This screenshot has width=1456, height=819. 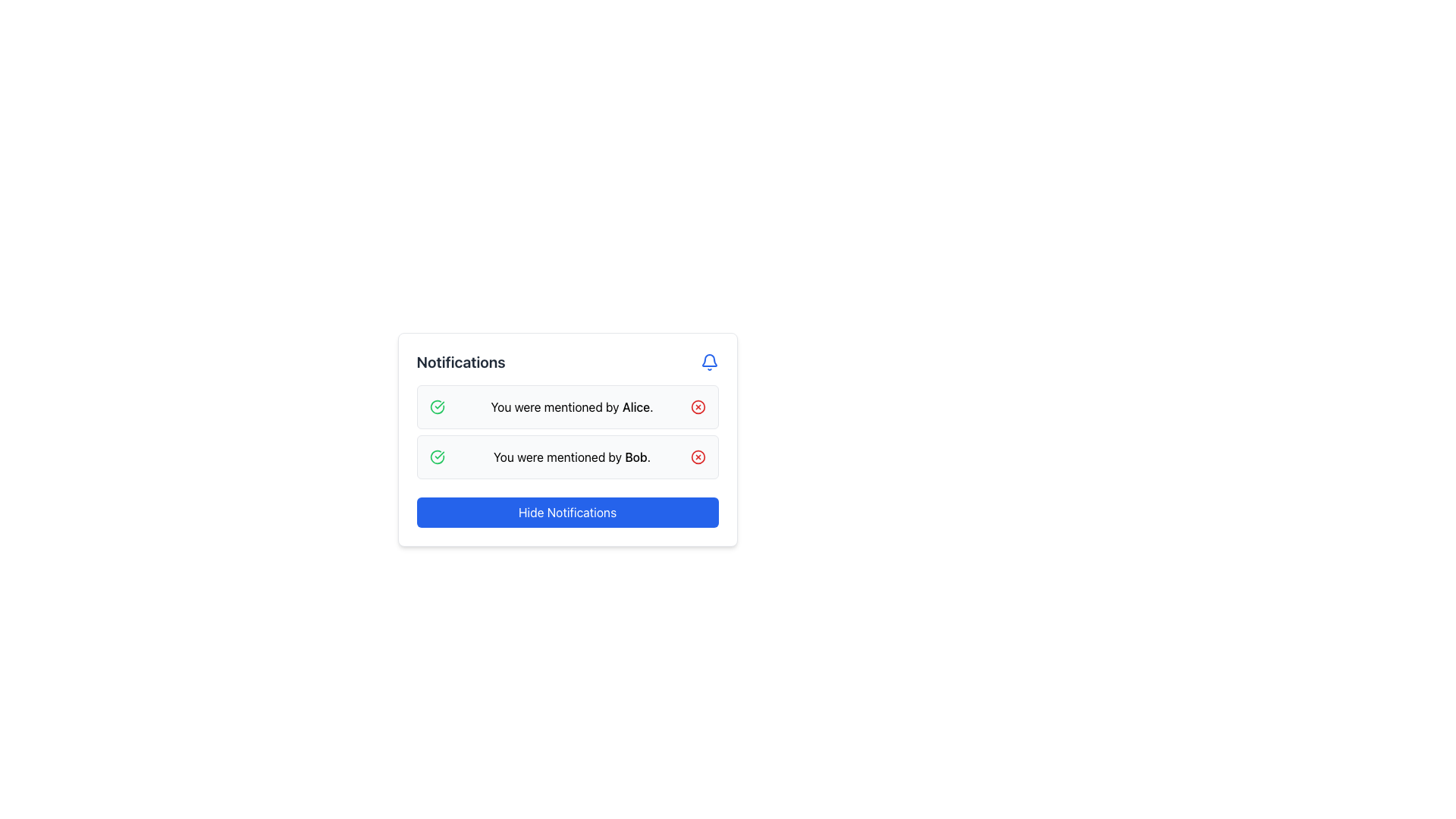 What do you see at coordinates (436, 406) in the screenshot?
I see `the first icon from the left within the notification message 'You were mentioned by Alice.' which indicates a successfully completed or verified action` at bounding box center [436, 406].